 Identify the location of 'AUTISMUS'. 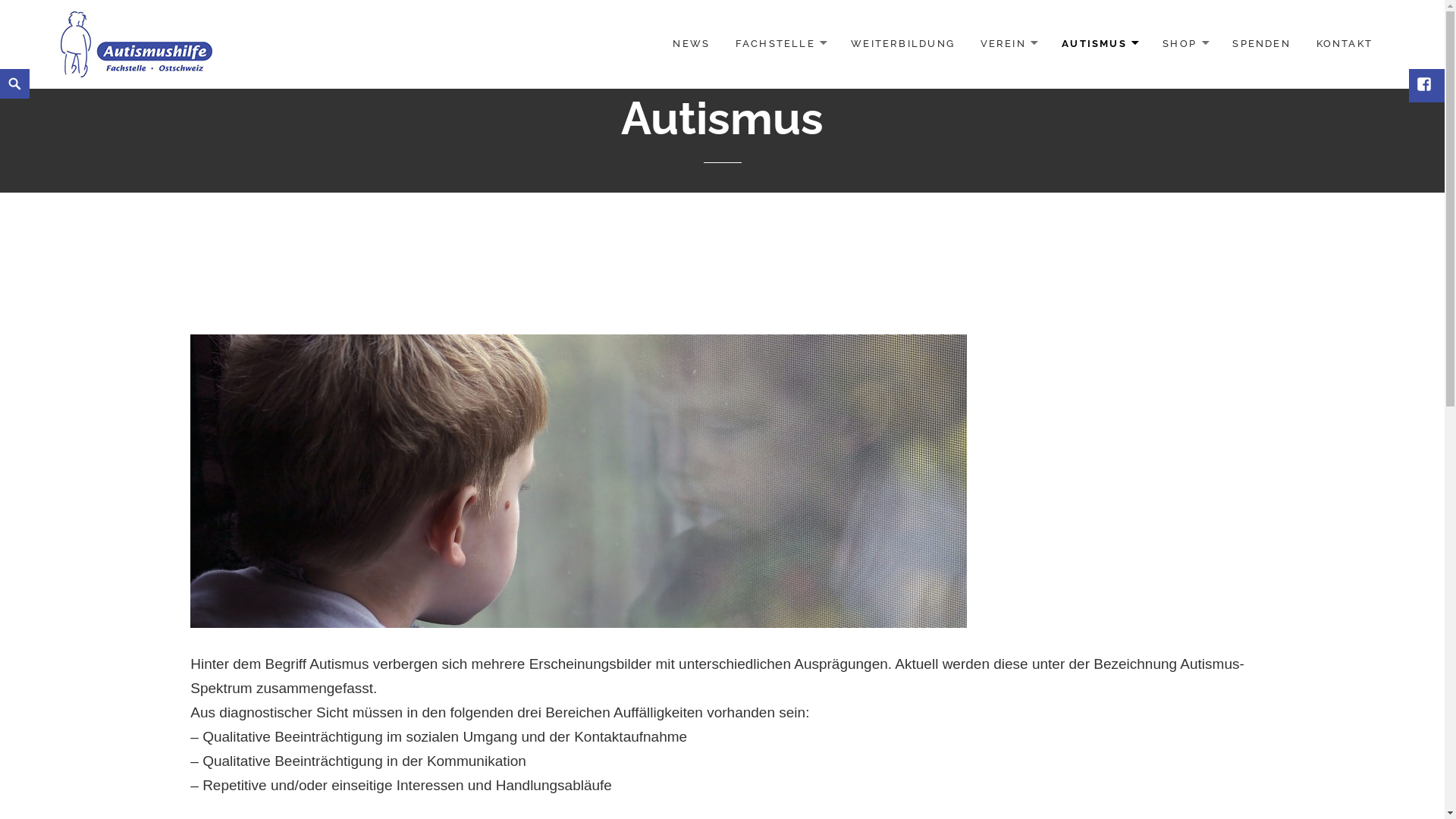
(1099, 43).